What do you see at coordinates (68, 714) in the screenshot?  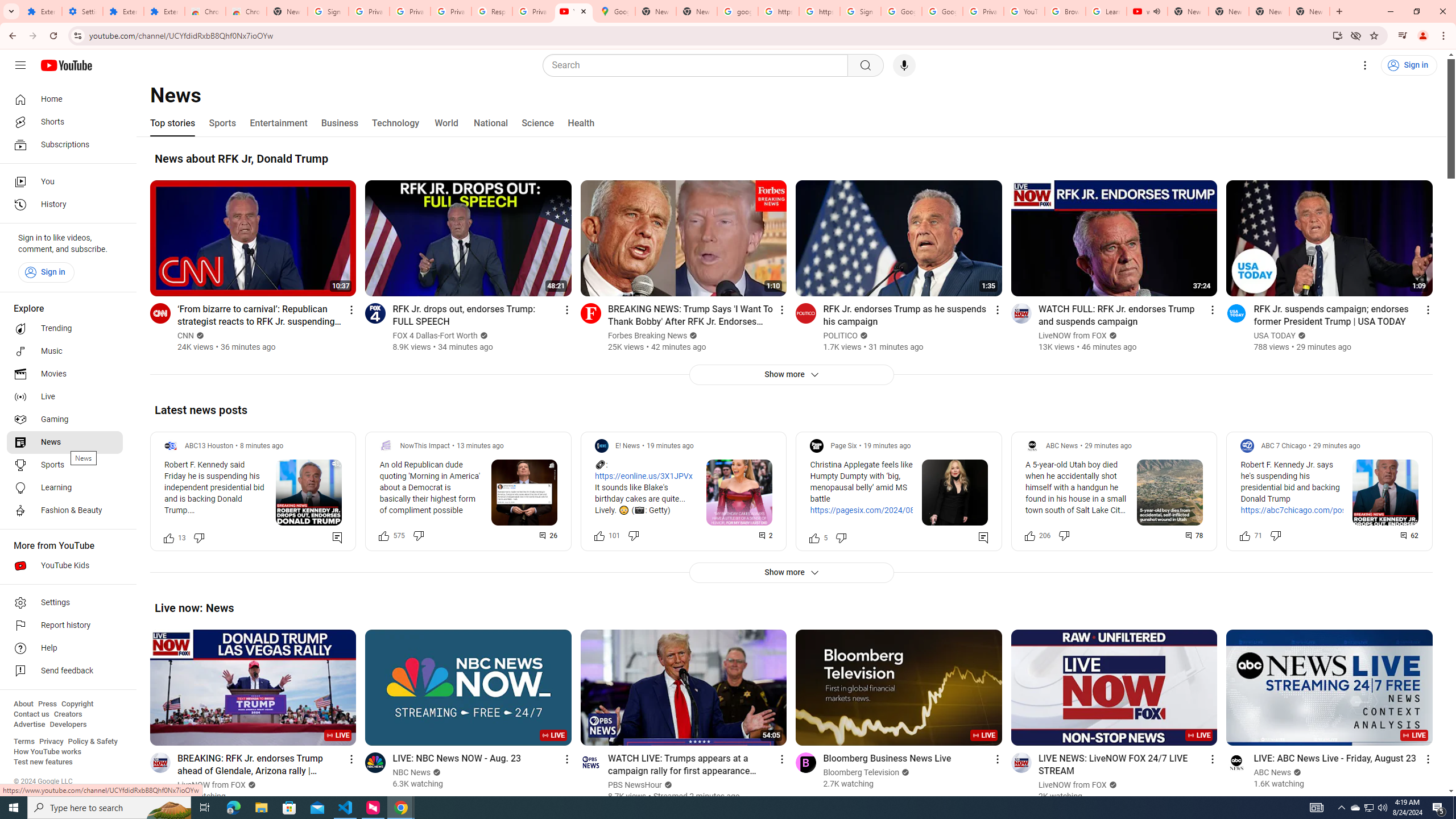 I see `'Creators'` at bounding box center [68, 714].